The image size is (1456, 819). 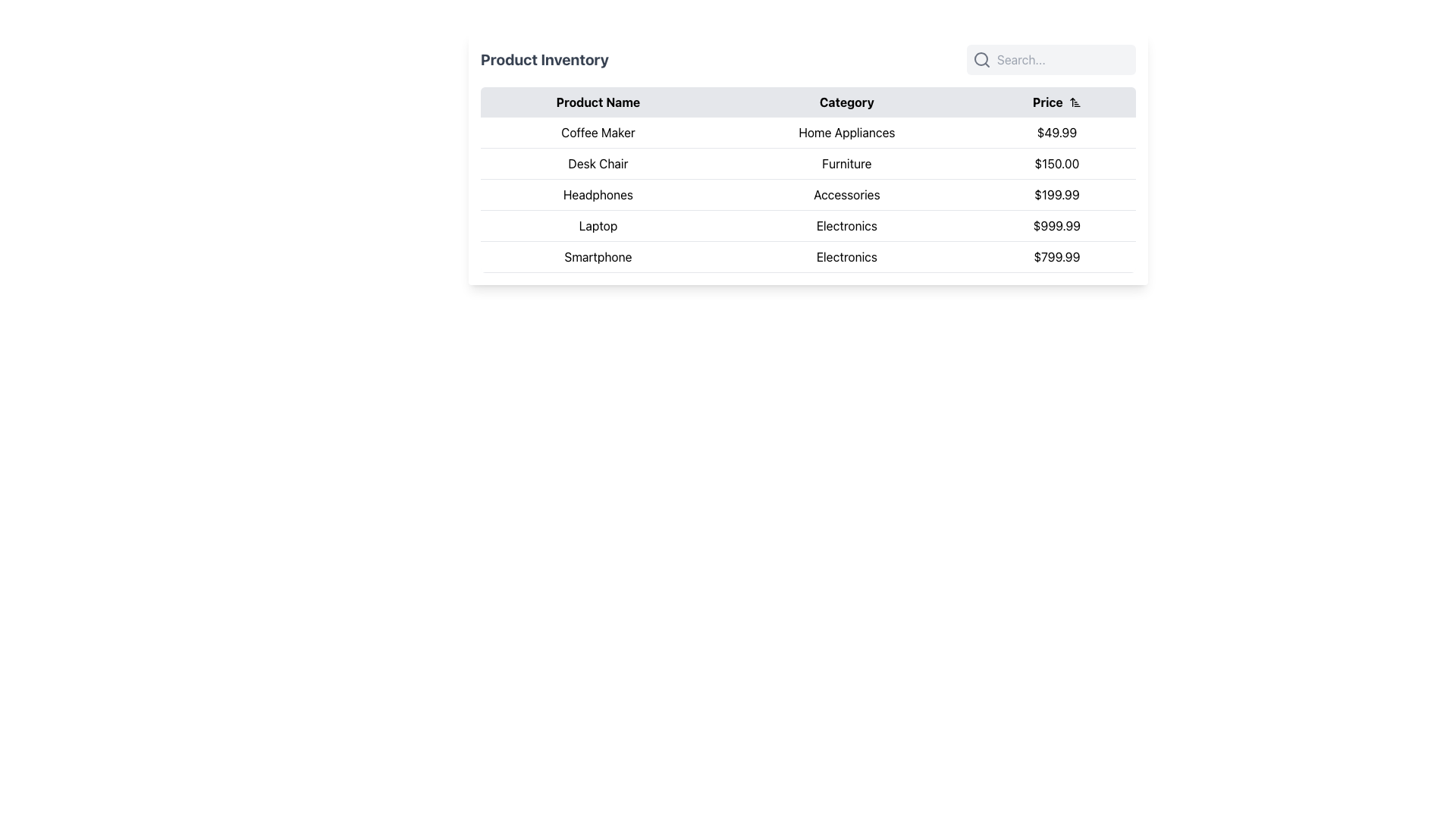 What do you see at coordinates (846, 225) in the screenshot?
I see `the text label displaying 'Electronics' in black font, located in the second column titled 'Category' of the product inventory table, under the row for 'Laptop'` at bounding box center [846, 225].